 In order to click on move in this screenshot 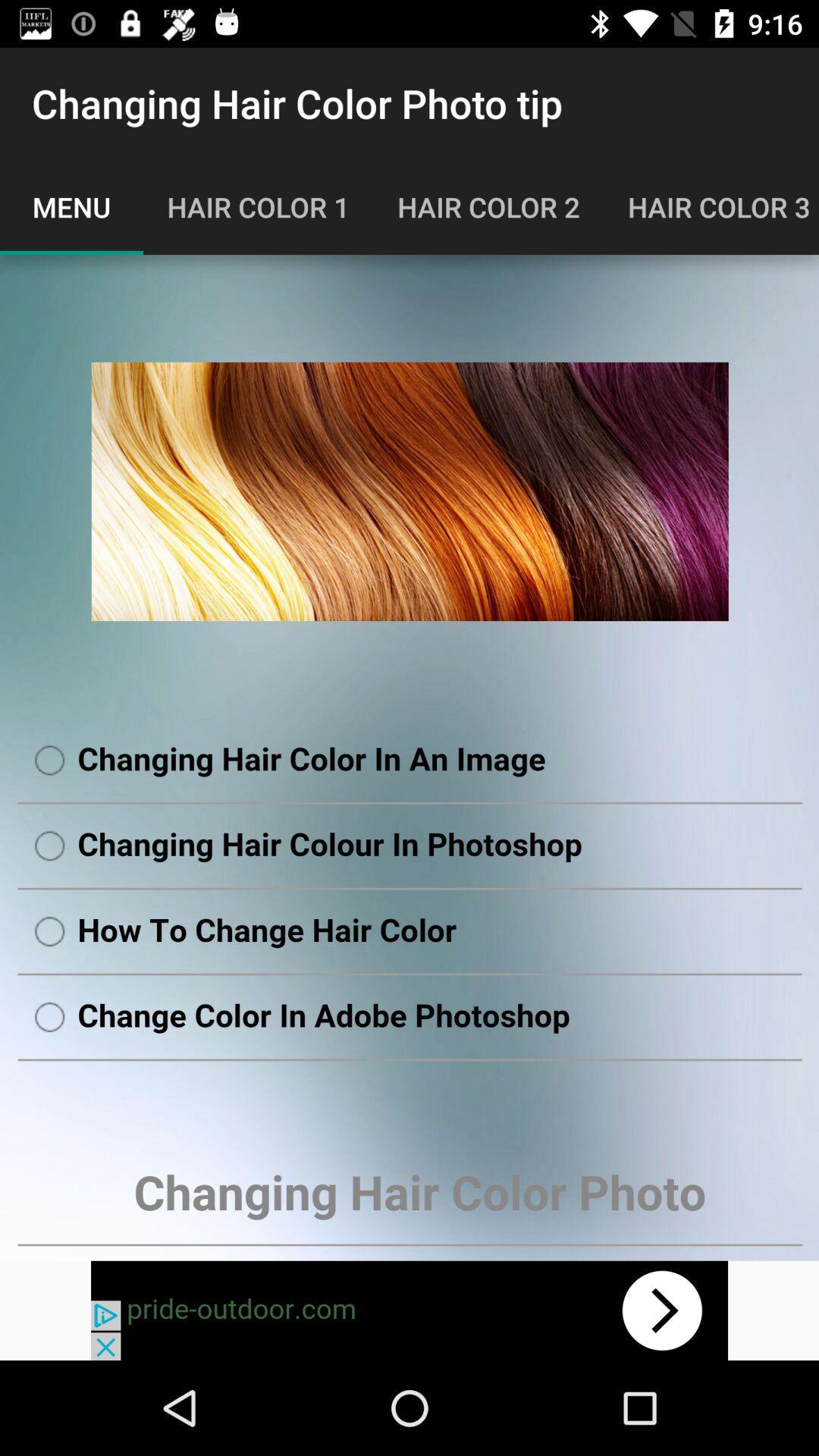, I will do `click(409, 1310)`.